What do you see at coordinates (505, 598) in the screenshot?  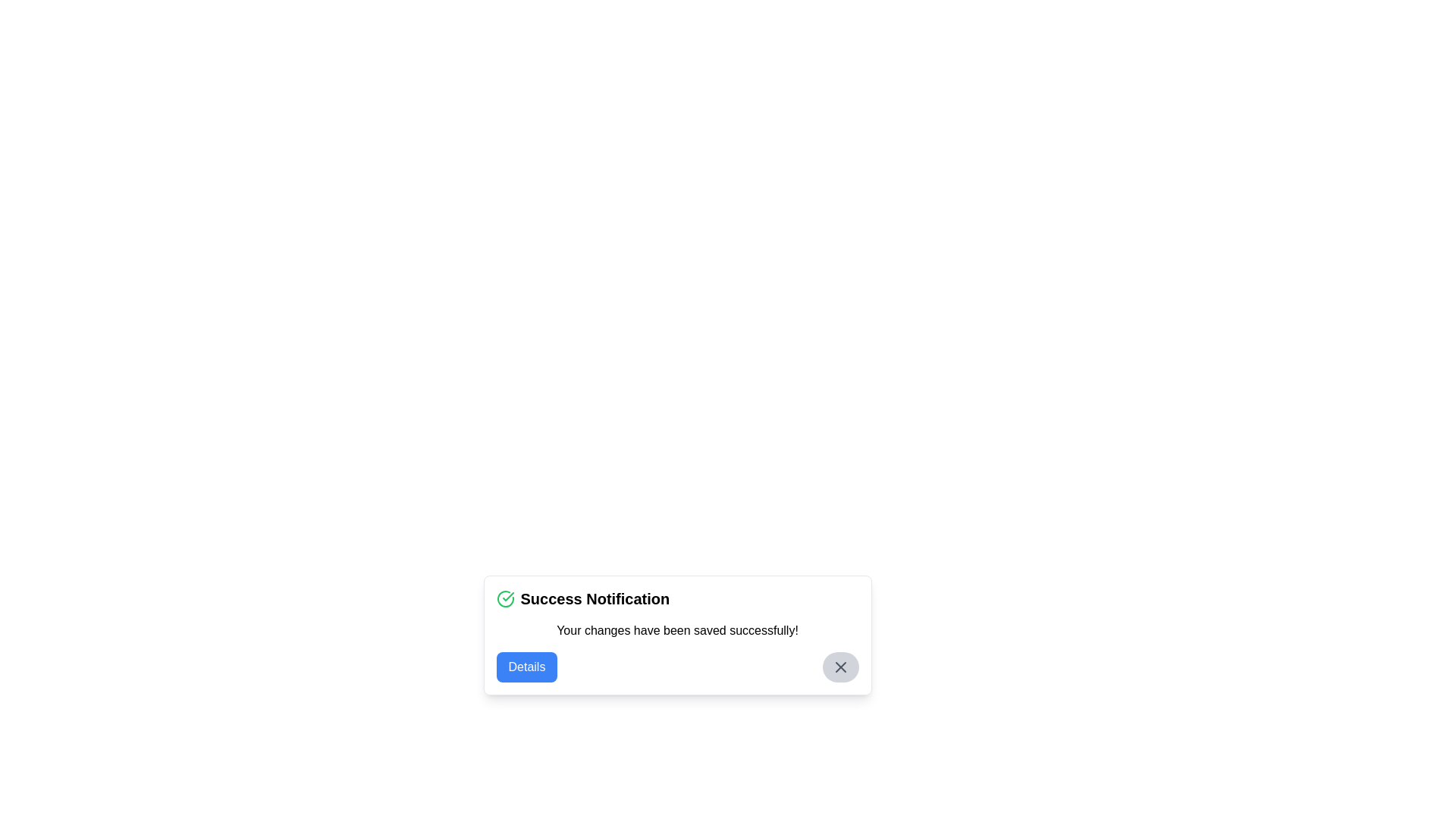 I see `the circular icon with a green checkmark overlay, which is located to the left of the 'Success Notification' text` at bounding box center [505, 598].